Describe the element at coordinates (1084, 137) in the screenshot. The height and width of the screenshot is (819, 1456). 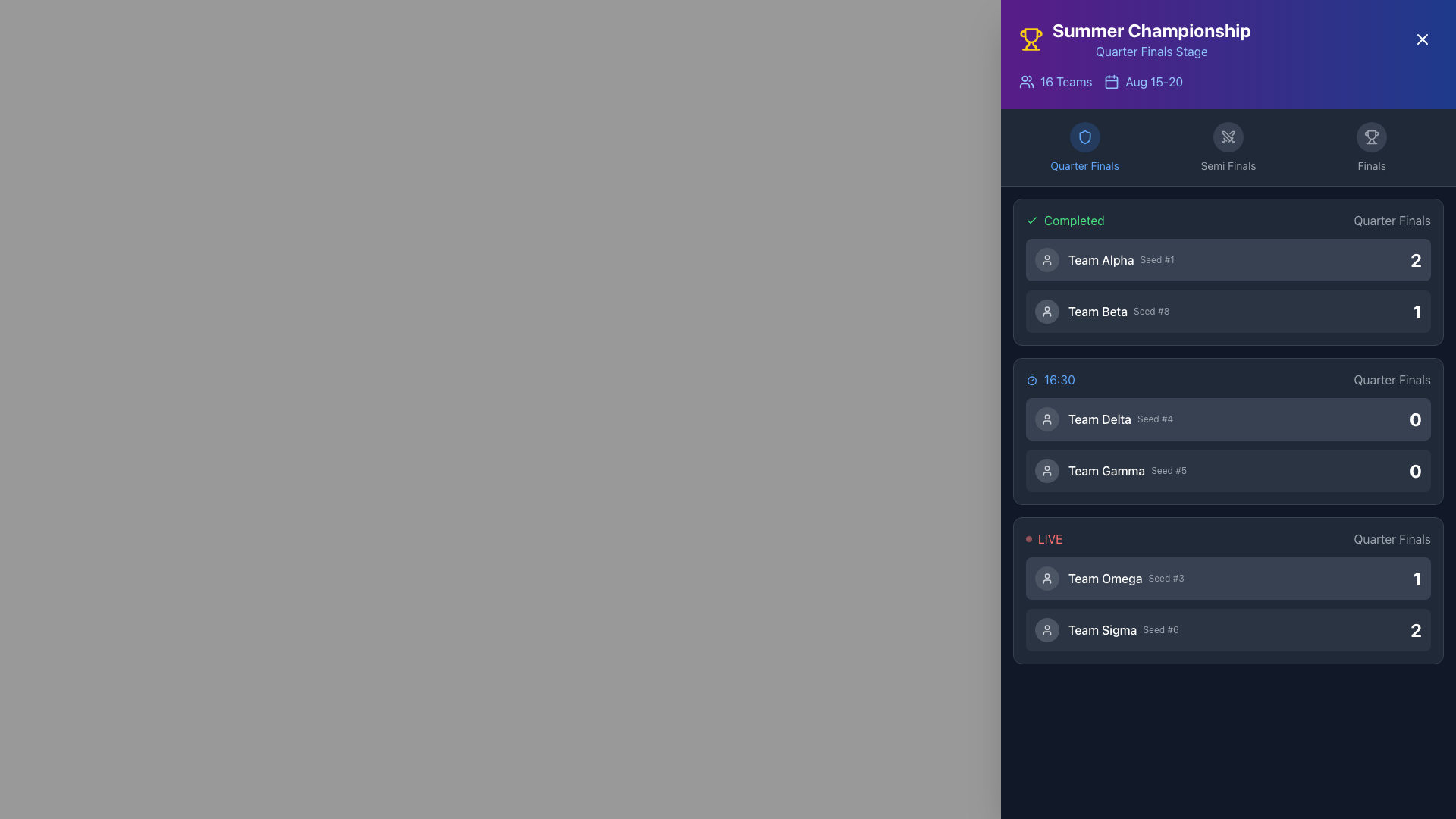
I see `the circular button with a shield graphic labeled 'Quarter Finals'` at that location.